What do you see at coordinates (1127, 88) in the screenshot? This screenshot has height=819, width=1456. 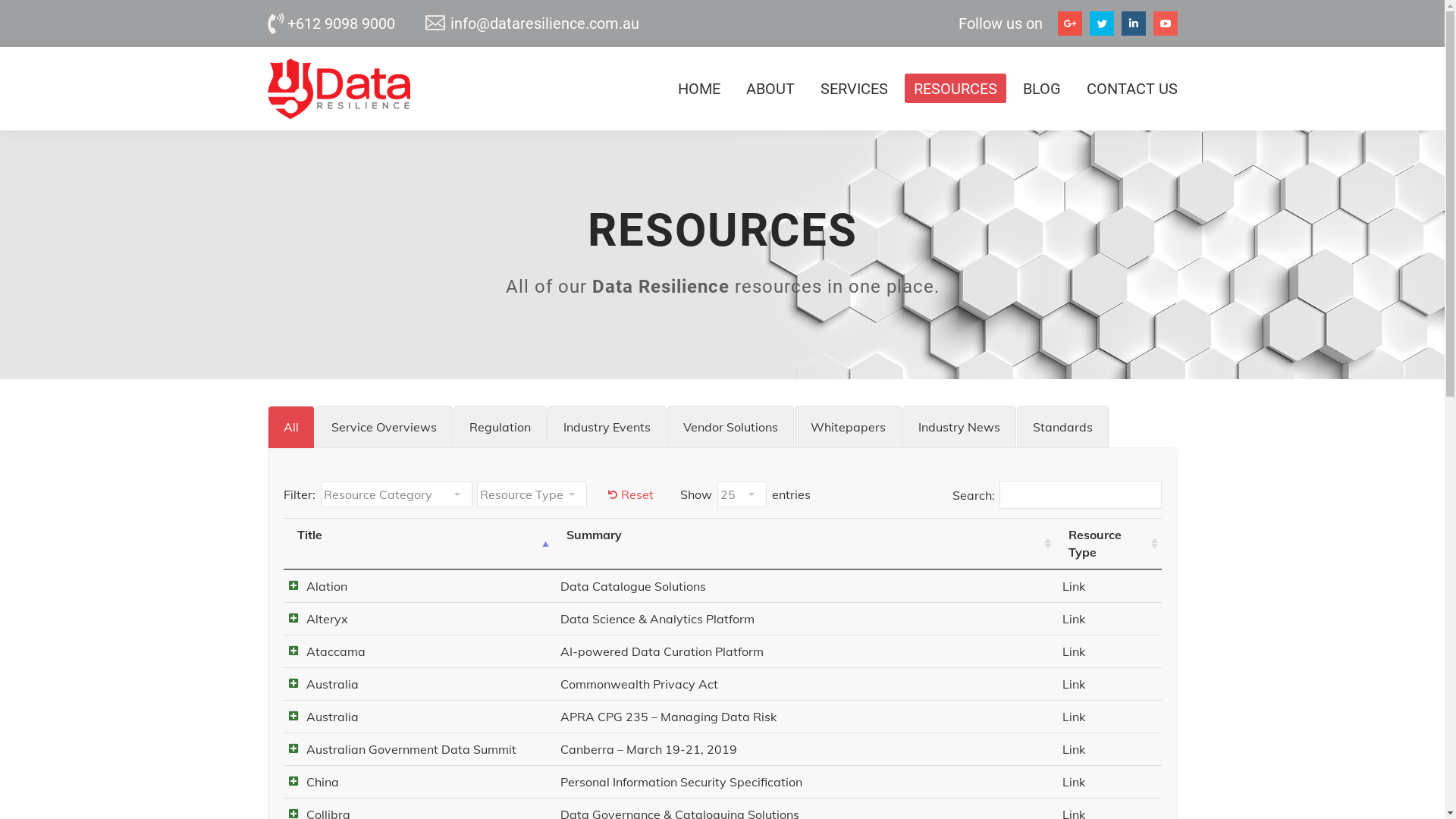 I see `'CONTACT US'` at bounding box center [1127, 88].